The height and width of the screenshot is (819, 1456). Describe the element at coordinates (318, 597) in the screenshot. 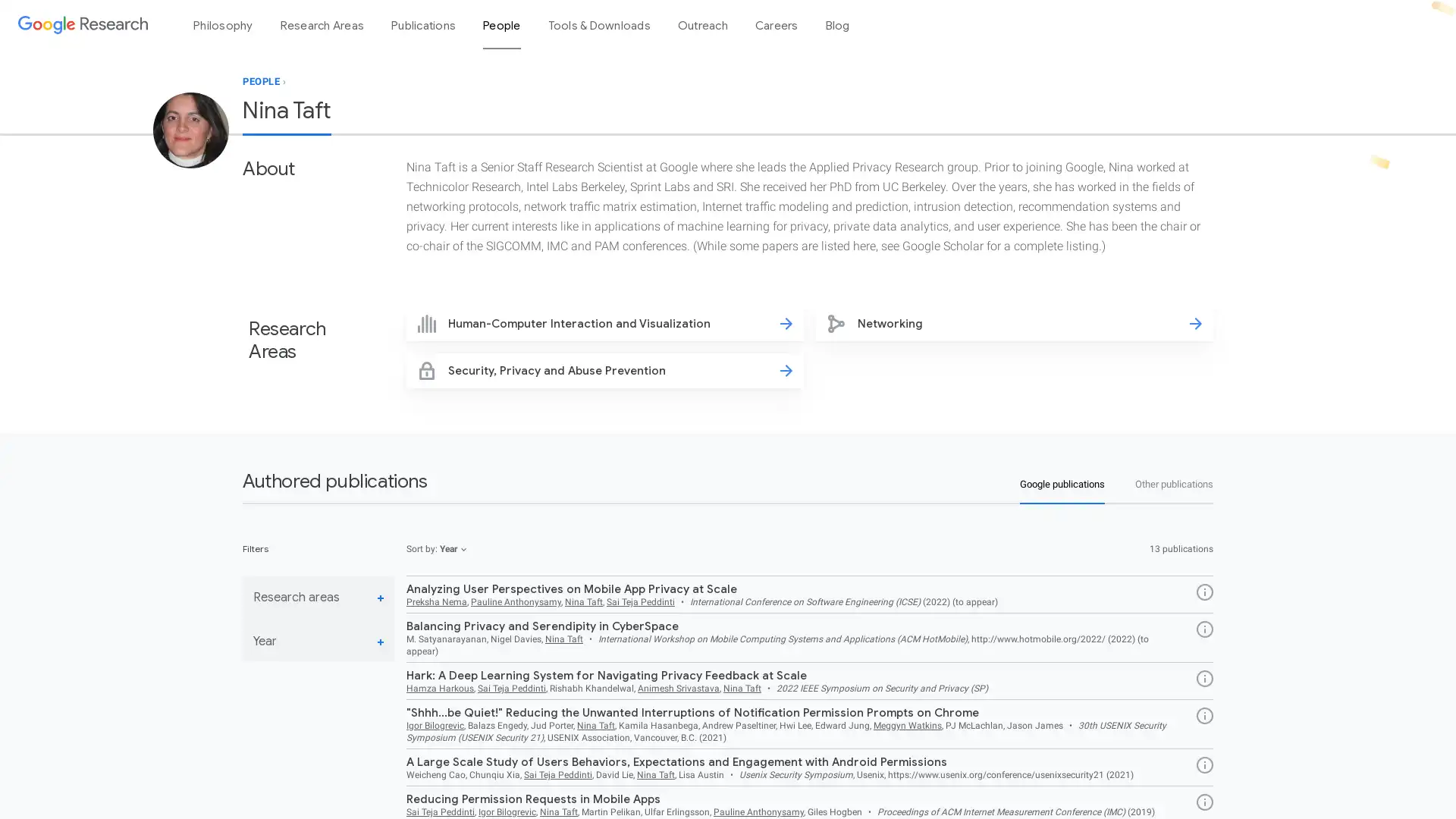

I see `Research areas` at that location.